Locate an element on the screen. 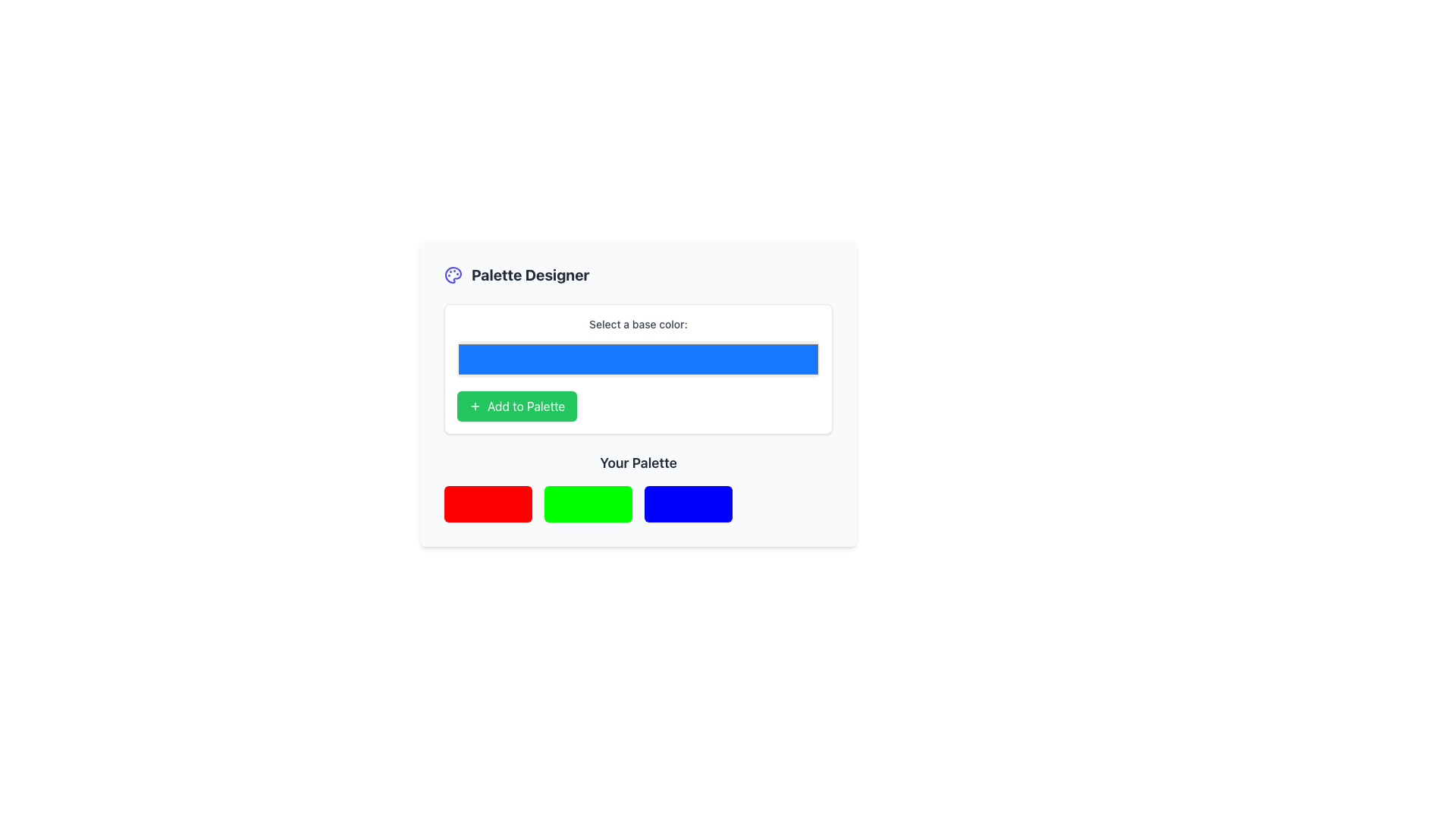 This screenshot has height=819, width=1456. the third colored box is located at coordinates (687, 504).